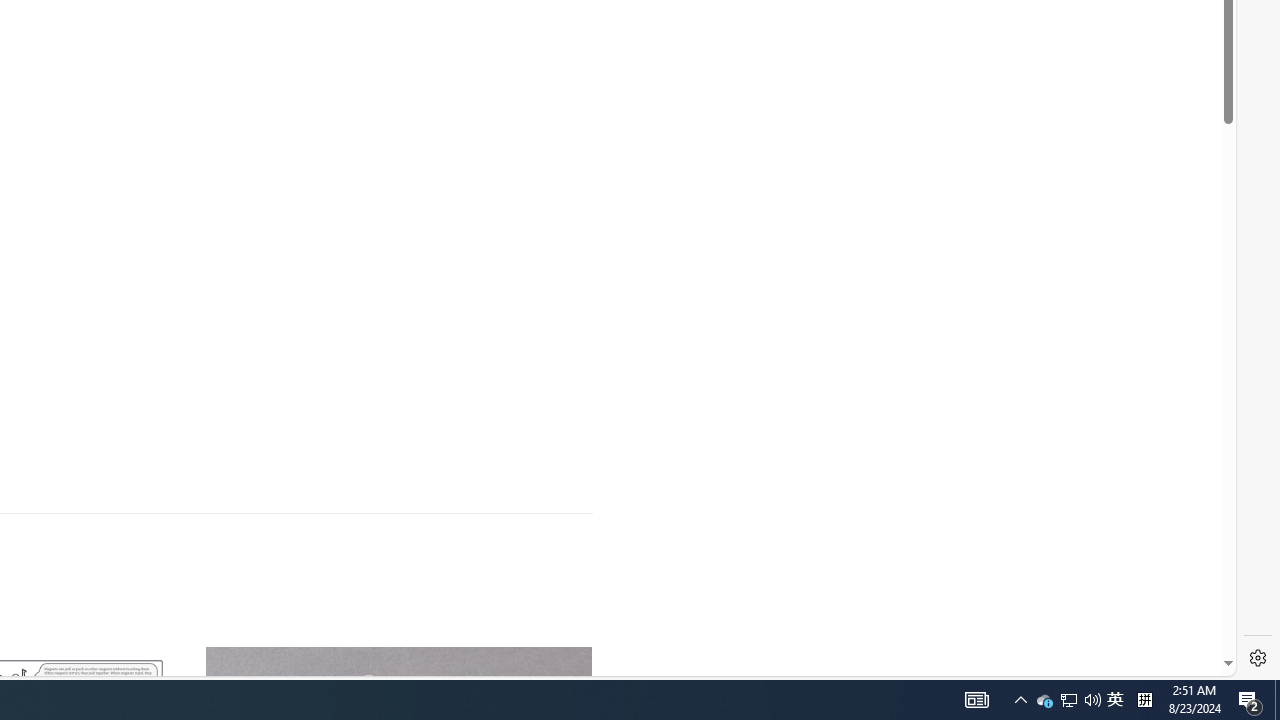 This screenshot has width=1280, height=720. I want to click on 'Settings', so click(1257, 658).